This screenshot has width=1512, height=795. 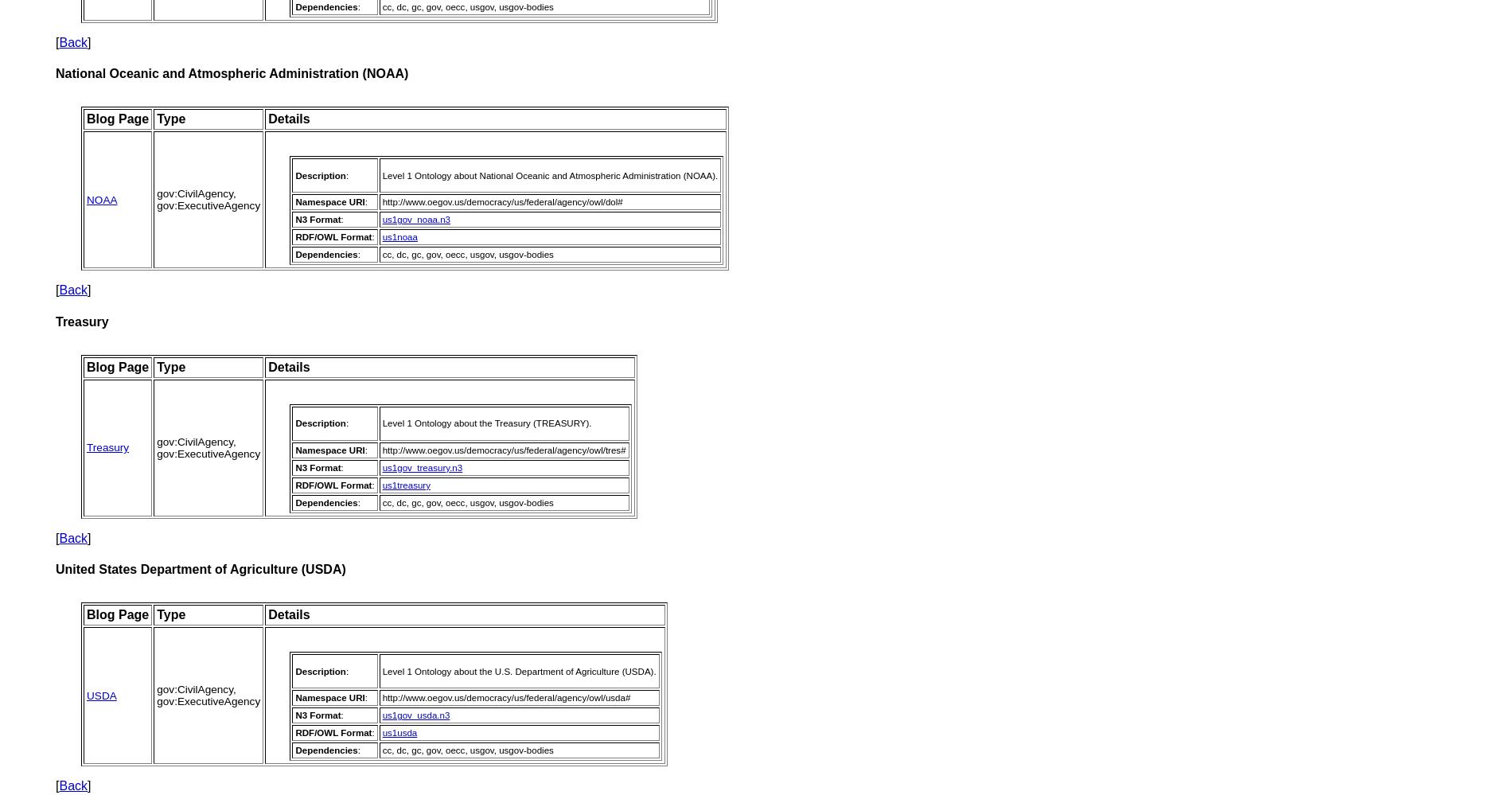 I want to click on 'us1gov_usda.n3', so click(x=415, y=715).